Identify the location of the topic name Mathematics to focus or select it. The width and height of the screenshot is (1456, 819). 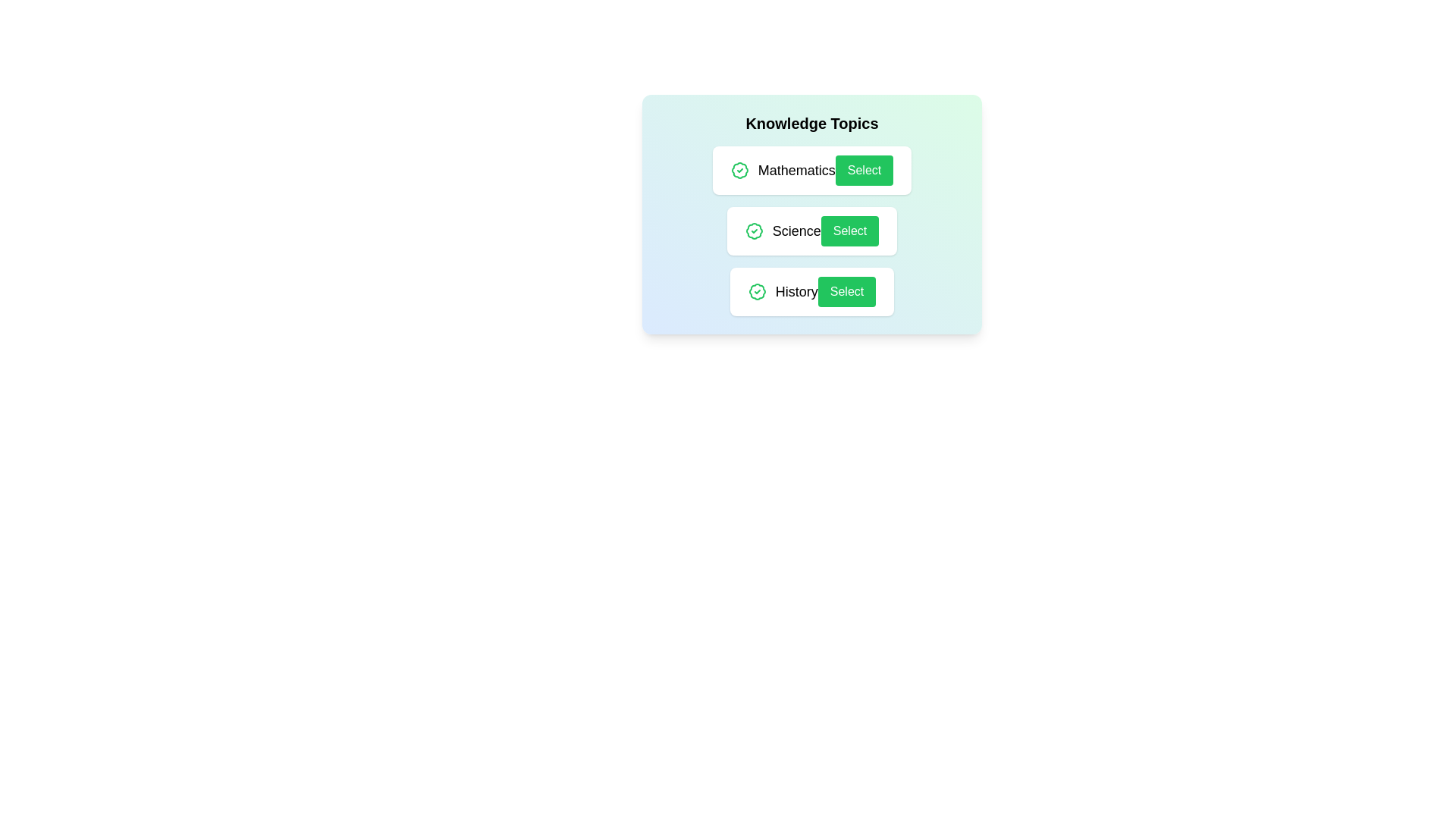
(795, 170).